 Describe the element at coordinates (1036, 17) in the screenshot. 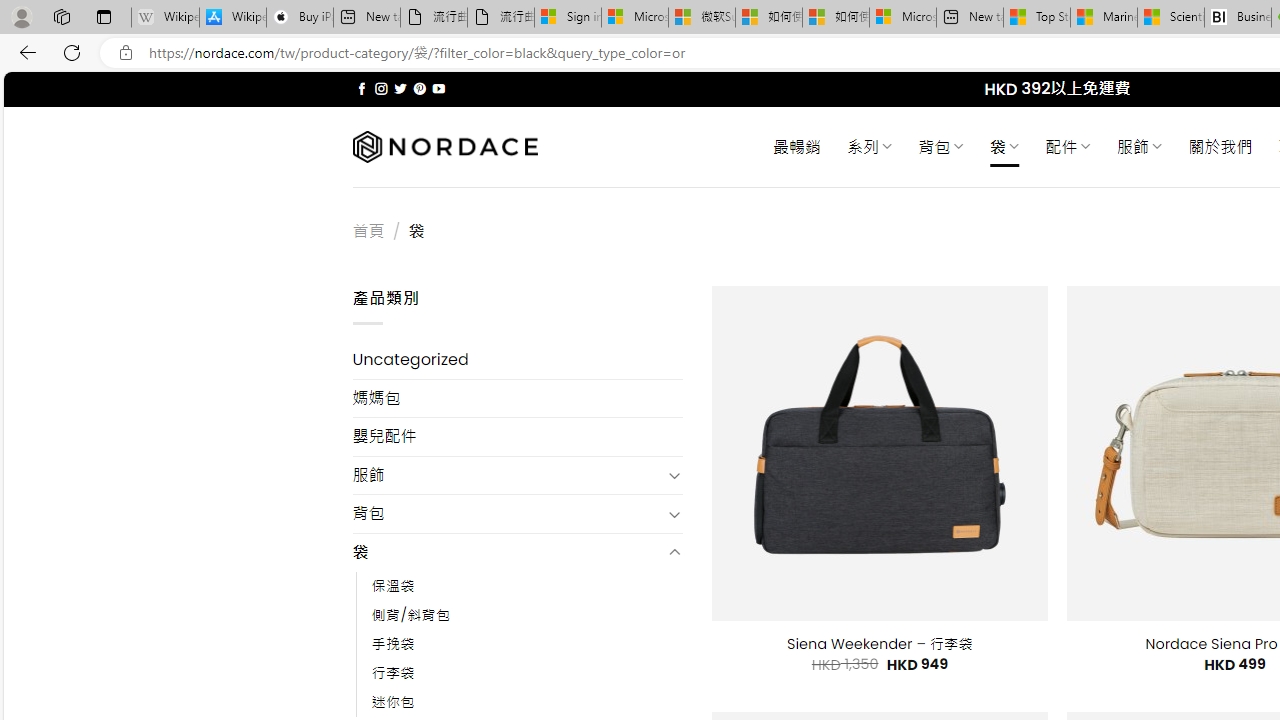

I see `'Top Stories - MSN'` at that location.